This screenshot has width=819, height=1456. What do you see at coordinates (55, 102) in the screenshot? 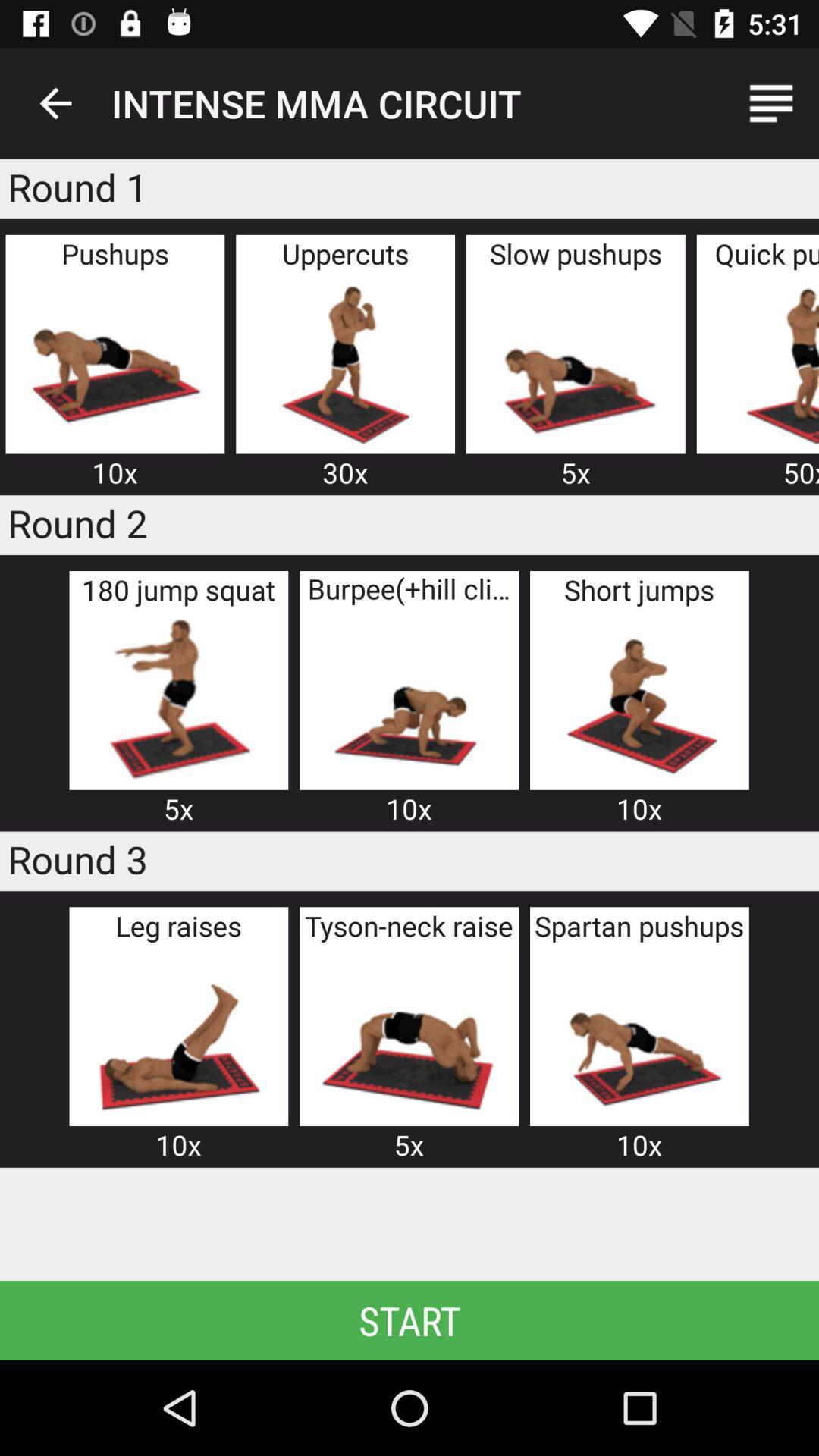
I see `icon to the left of the intense mma circuit` at bounding box center [55, 102].